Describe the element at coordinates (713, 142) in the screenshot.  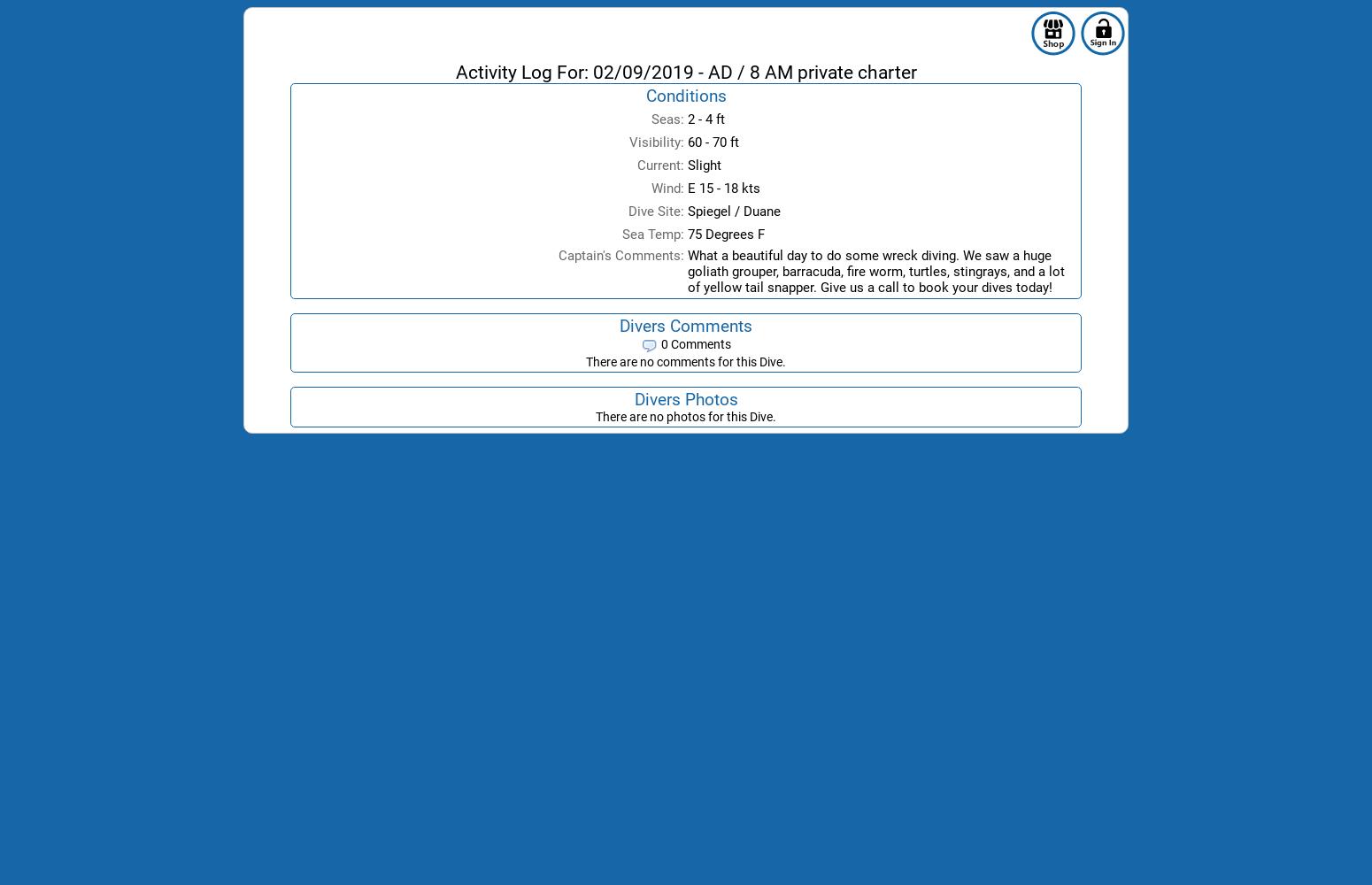
I see `'60 - 70 ft'` at that location.